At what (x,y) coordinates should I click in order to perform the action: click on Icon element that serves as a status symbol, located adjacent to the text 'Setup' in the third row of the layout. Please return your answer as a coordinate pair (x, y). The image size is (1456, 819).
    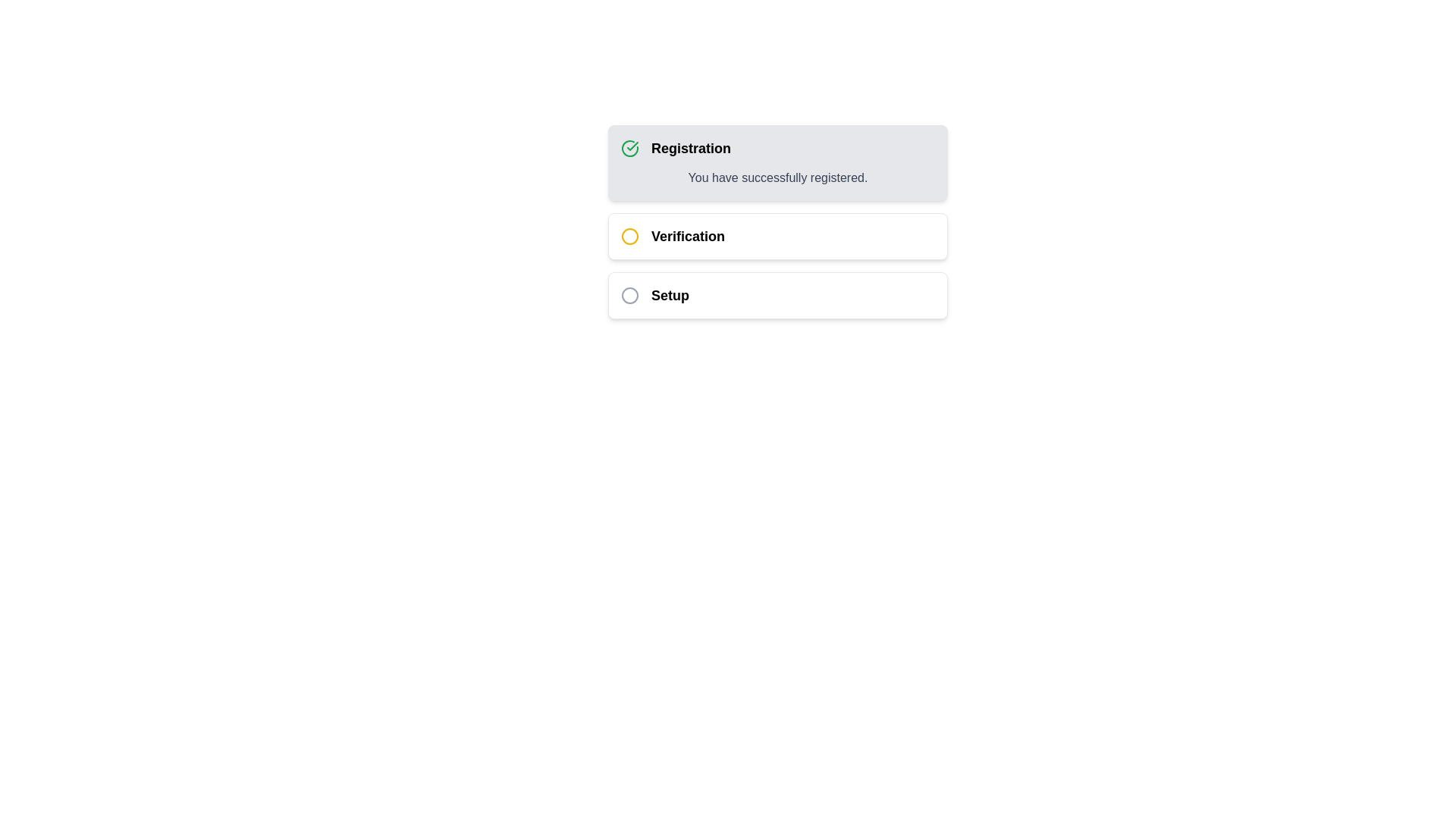
    Looking at the image, I should click on (629, 295).